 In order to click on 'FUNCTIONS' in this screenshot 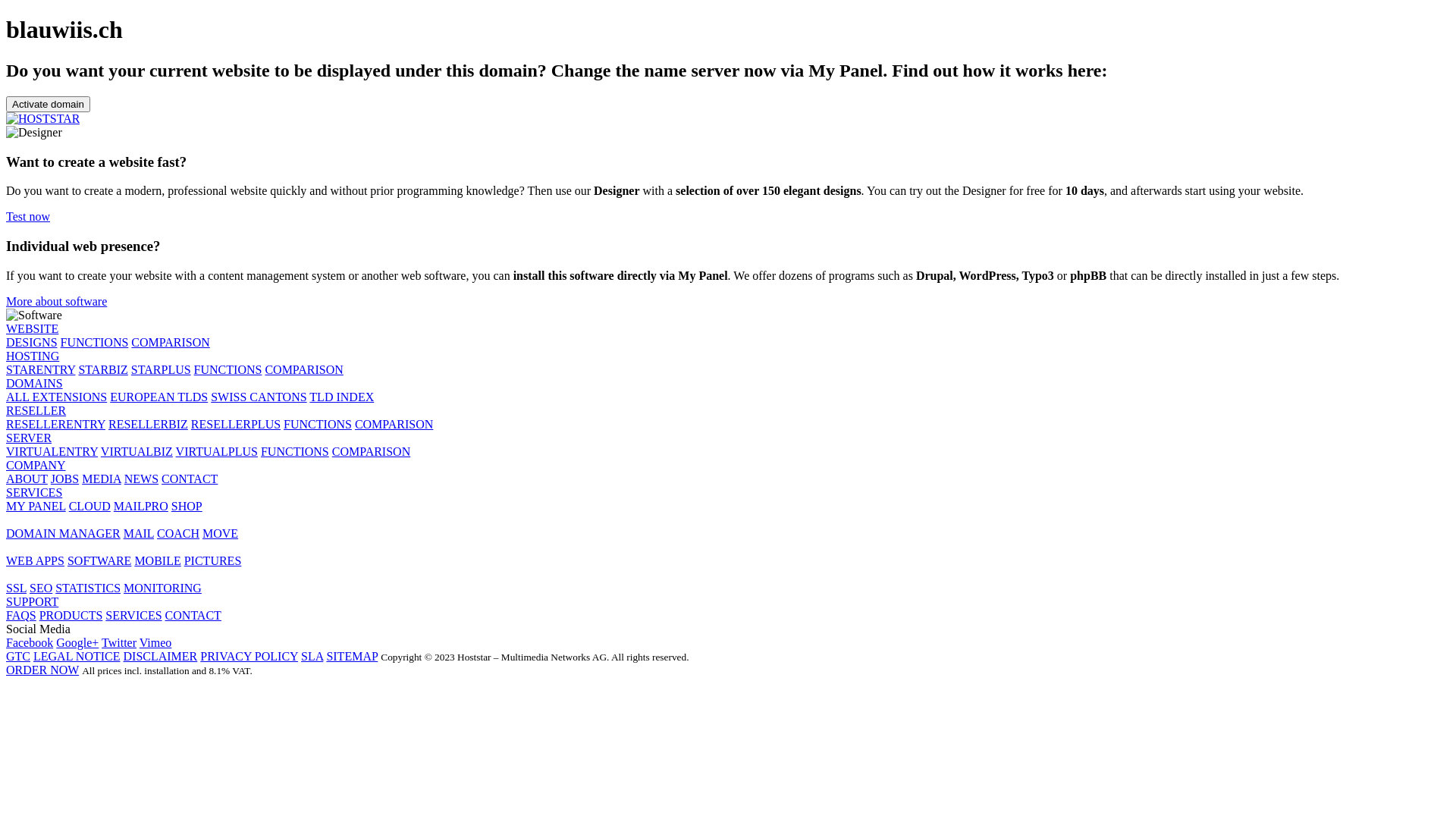, I will do `click(93, 342)`.